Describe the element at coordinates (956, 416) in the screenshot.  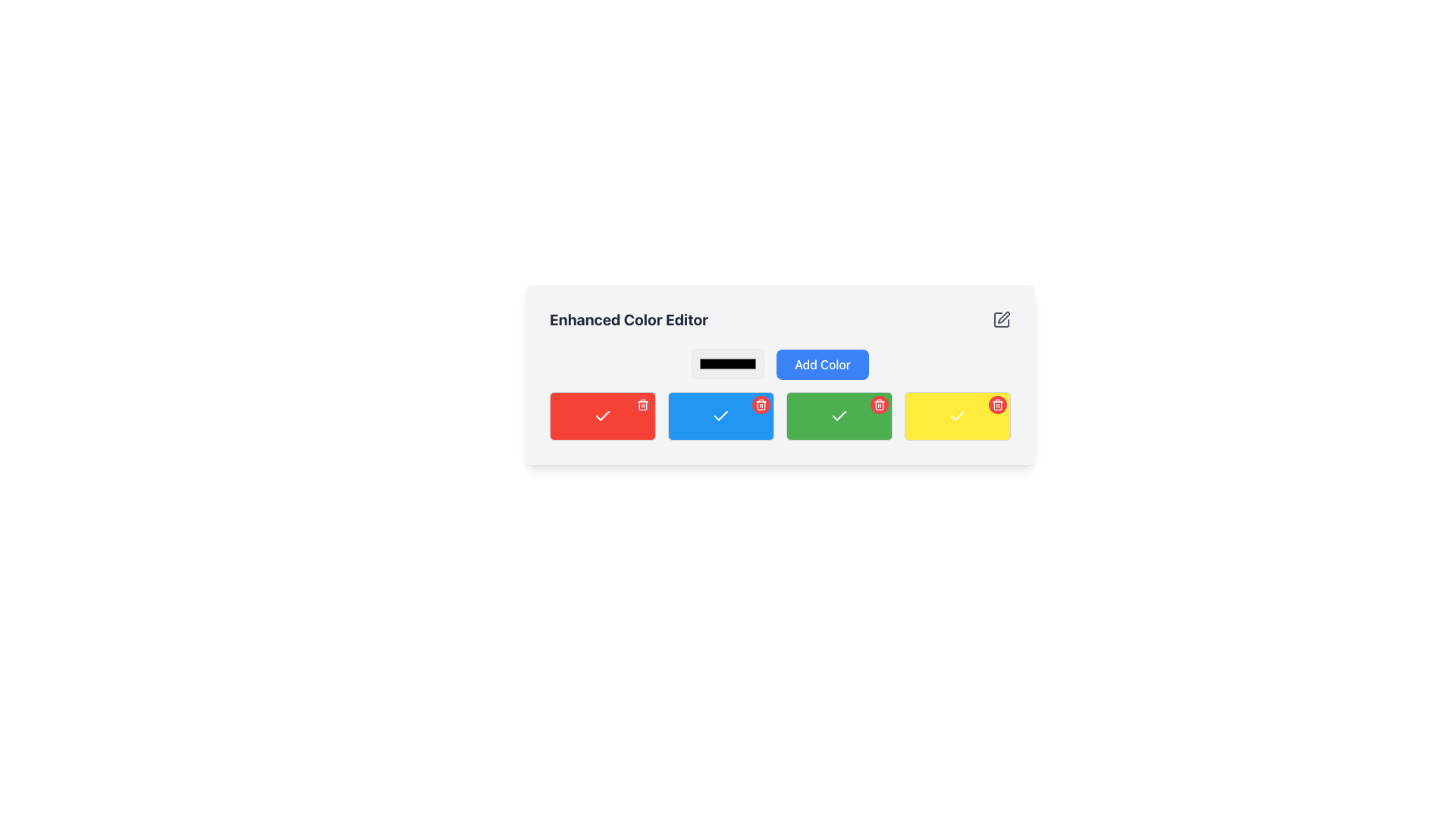
I see `on the fourth rectangle with a bright yellow background and a gray border that contains a white check mark icon` at that location.